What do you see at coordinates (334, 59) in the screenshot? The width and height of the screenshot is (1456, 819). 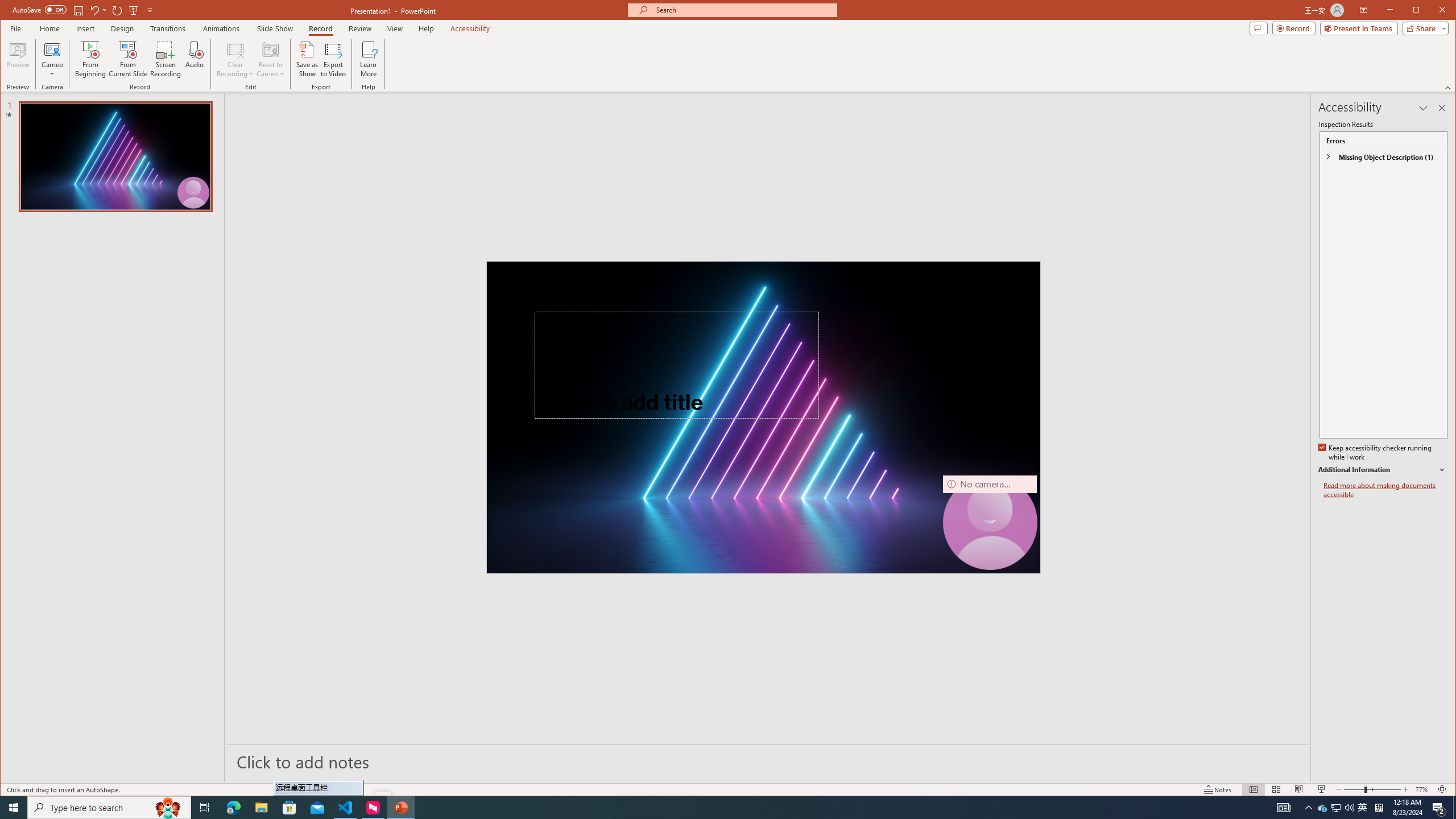 I see `'Export to Video'` at bounding box center [334, 59].